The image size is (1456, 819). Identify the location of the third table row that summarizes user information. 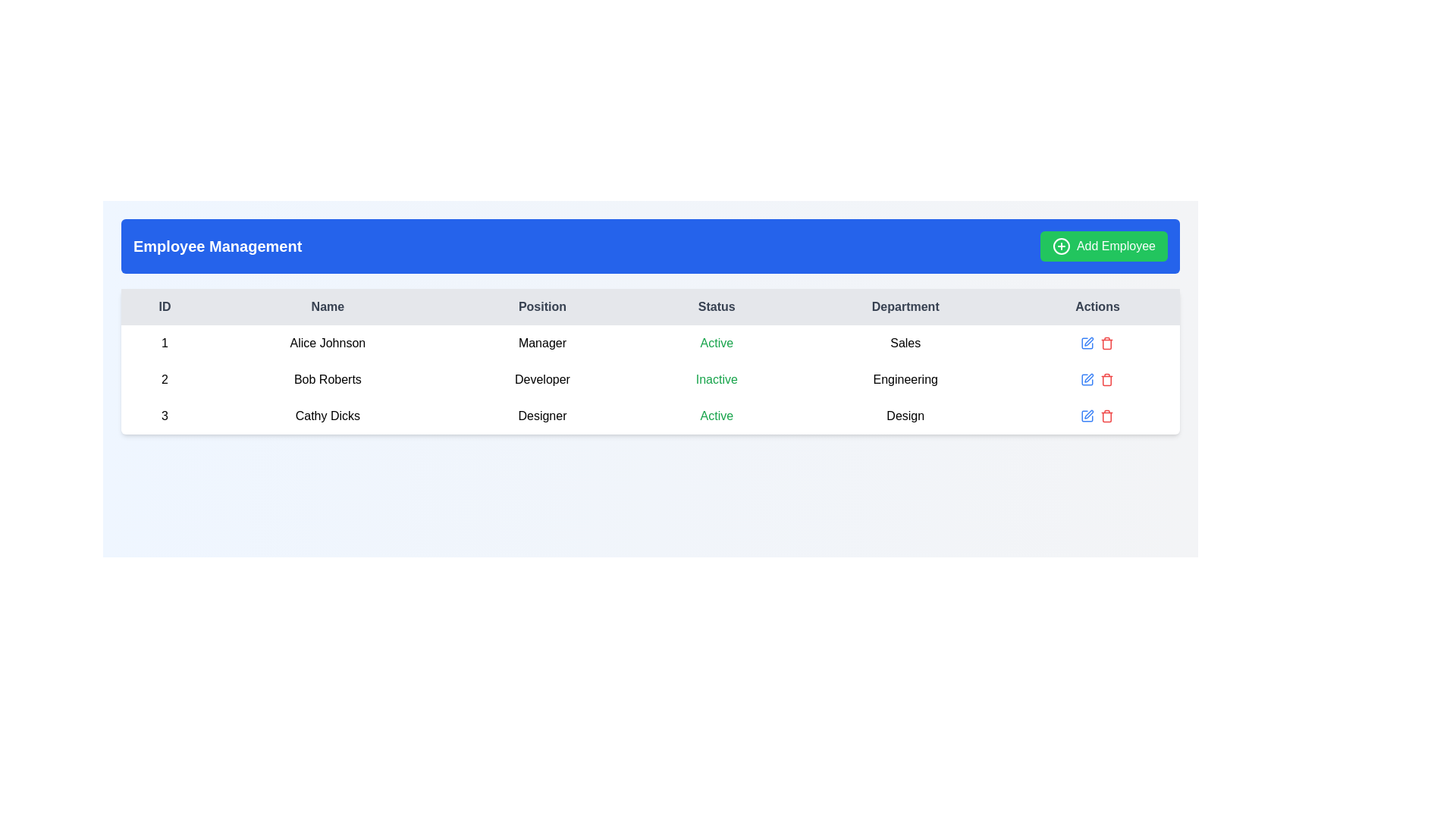
(651, 416).